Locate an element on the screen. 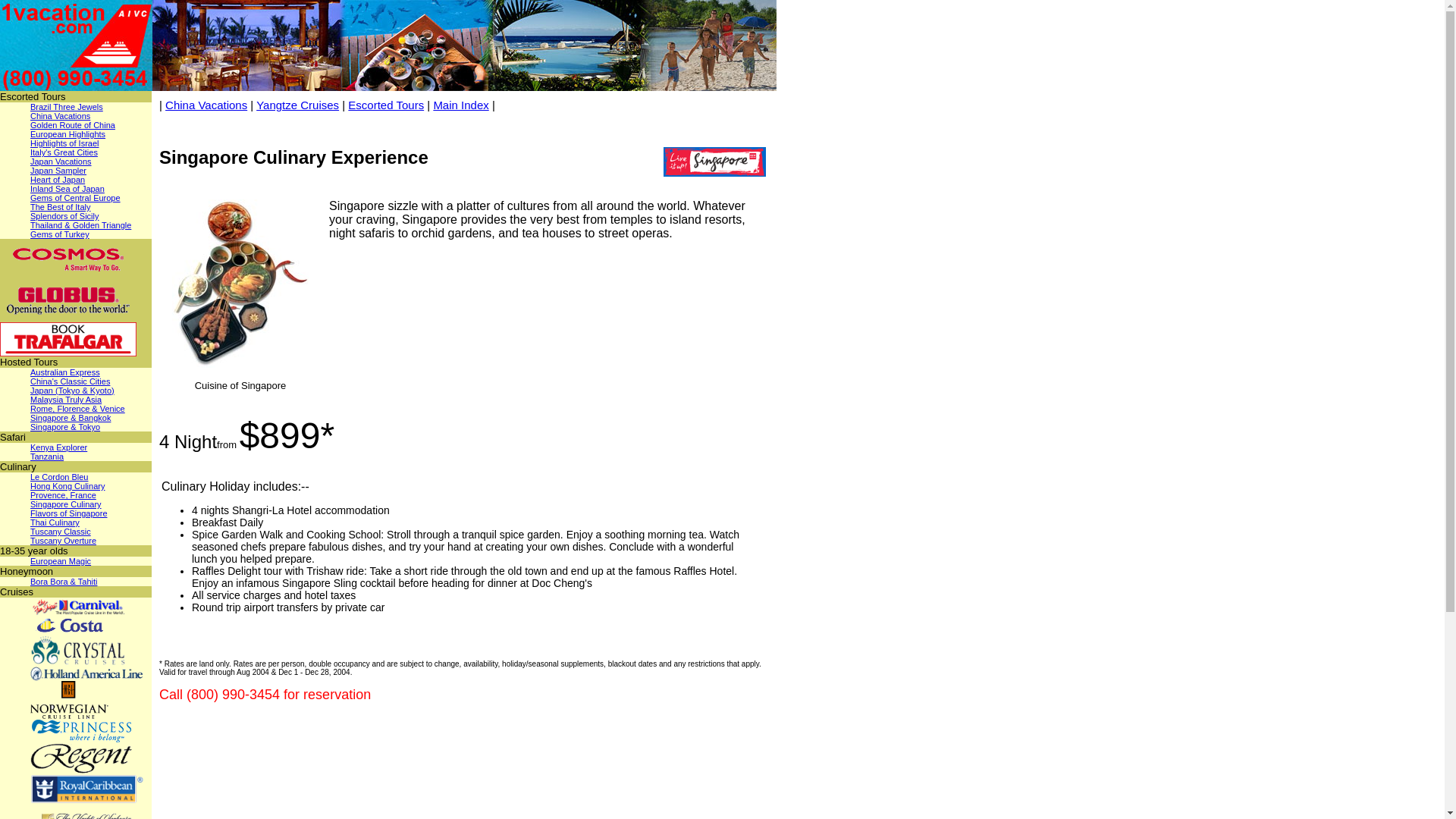 The height and width of the screenshot is (819, 1456). 'Inland Sea of Japan' is located at coordinates (67, 188).